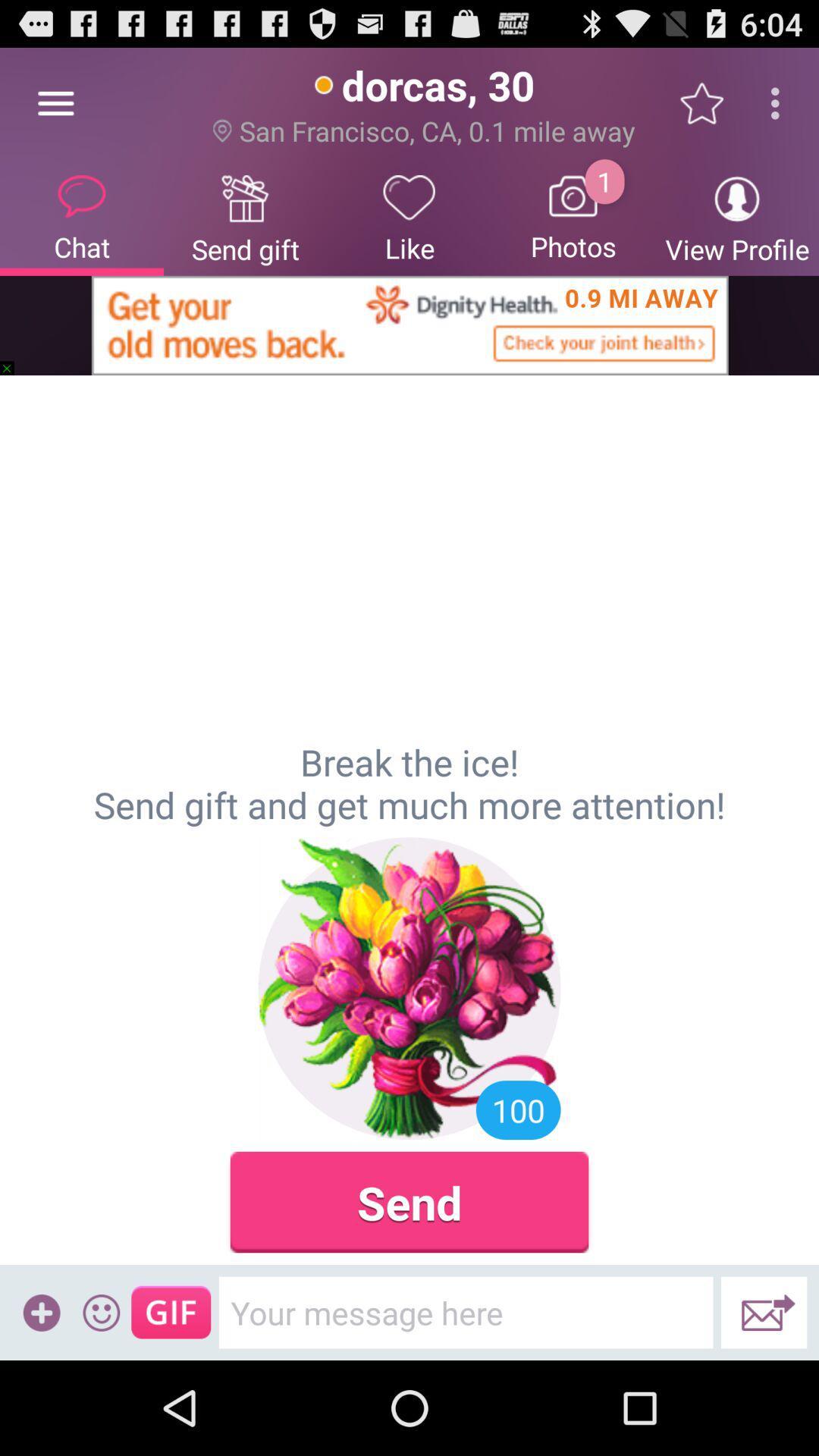  I want to click on the item below the san francisco ca, so click(409, 216).